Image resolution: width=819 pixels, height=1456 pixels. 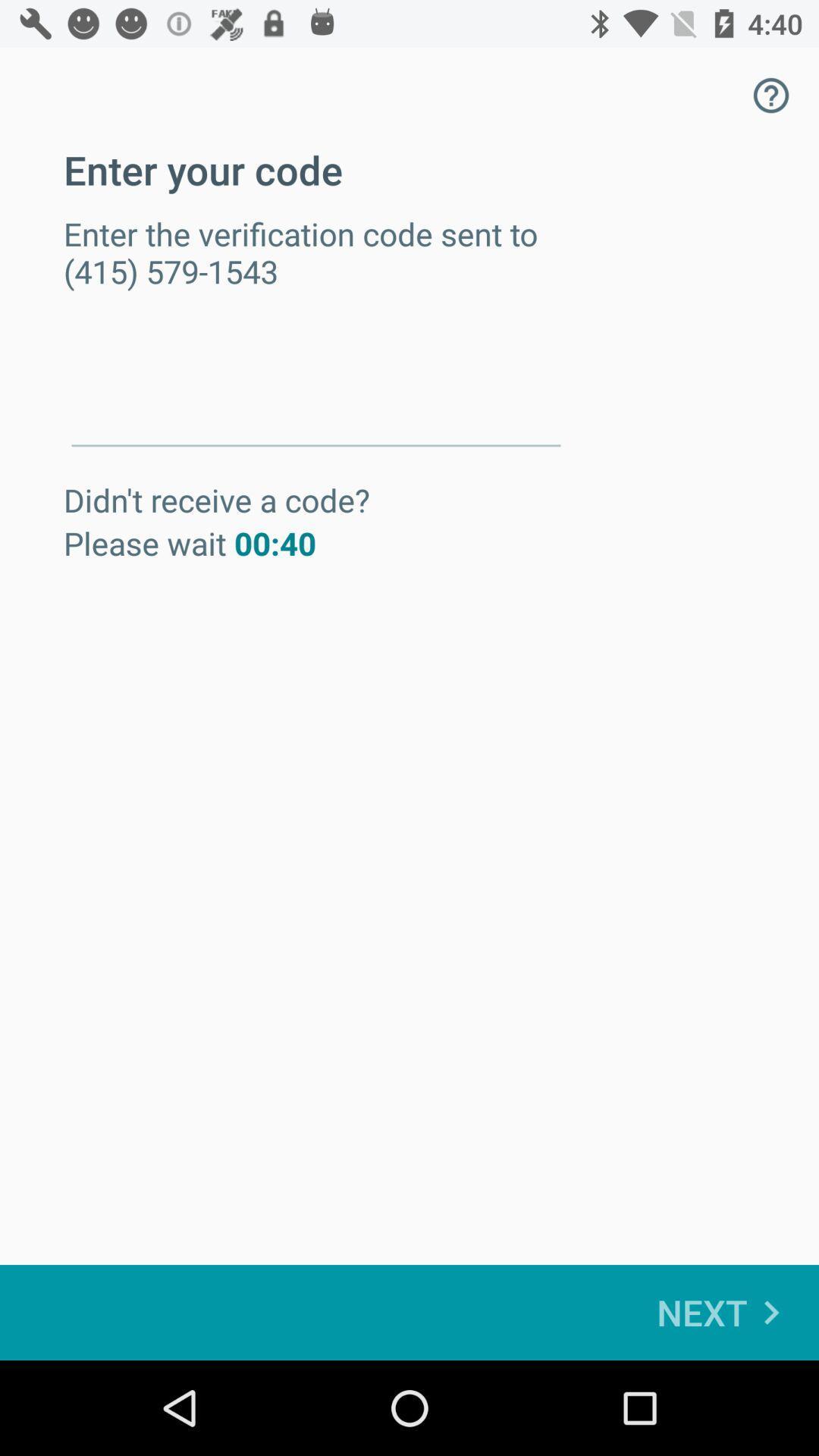 What do you see at coordinates (771, 94) in the screenshot?
I see `the icon next to enter your code` at bounding box center [771, 94].